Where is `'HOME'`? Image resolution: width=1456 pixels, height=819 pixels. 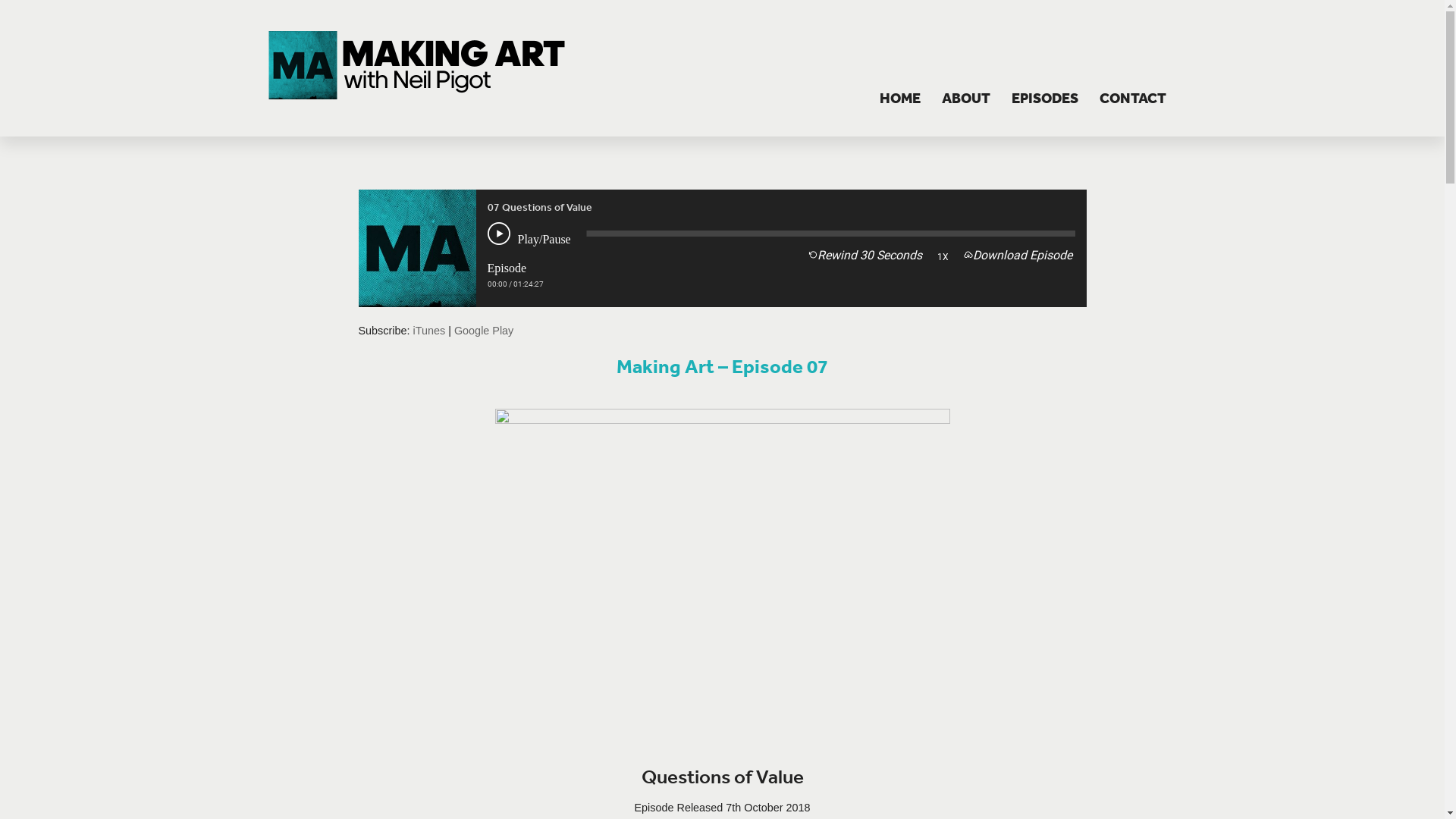 'HOME' is located at coordinates (899, 98).